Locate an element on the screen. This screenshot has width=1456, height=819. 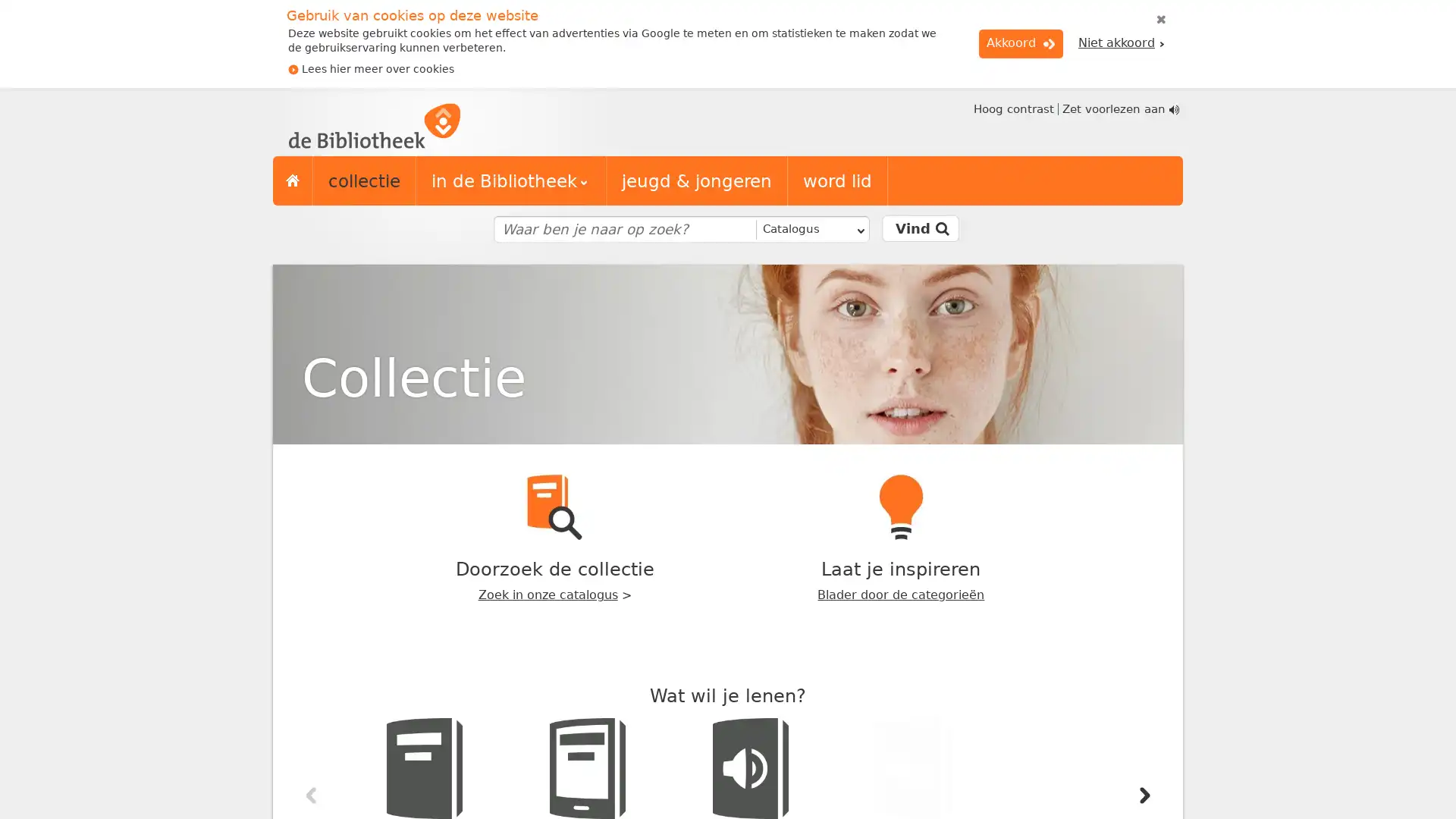
sluiten is located at coordinates (1160, 20).